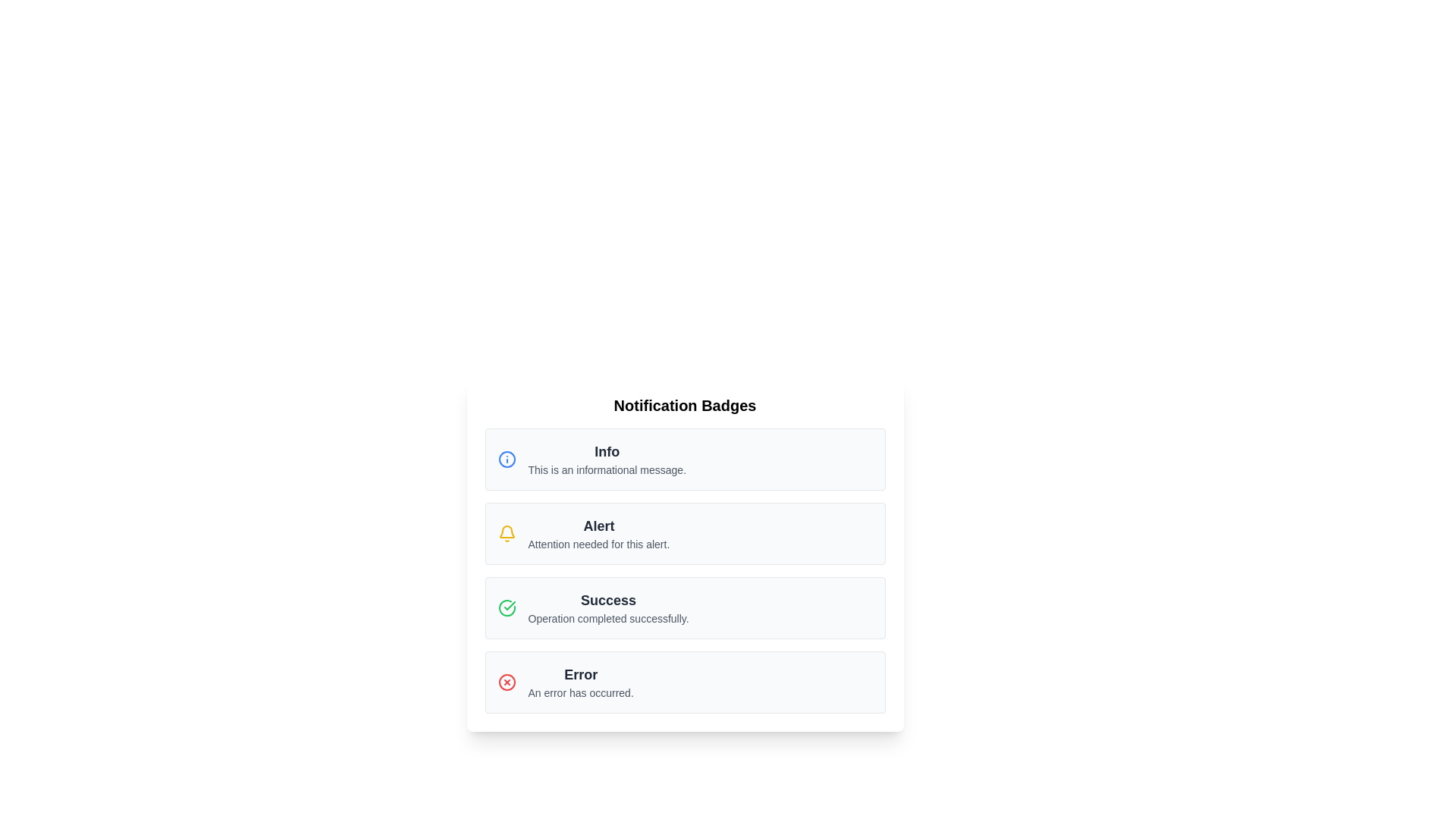 The height and width of the screenshot is (819, 1456). I want to click on the bell-shaped icon outlined in yellow located in the 'Alert' section of the notification badges panel, positioned above the text 'Attention needed for this alert.', so click(507, 533).